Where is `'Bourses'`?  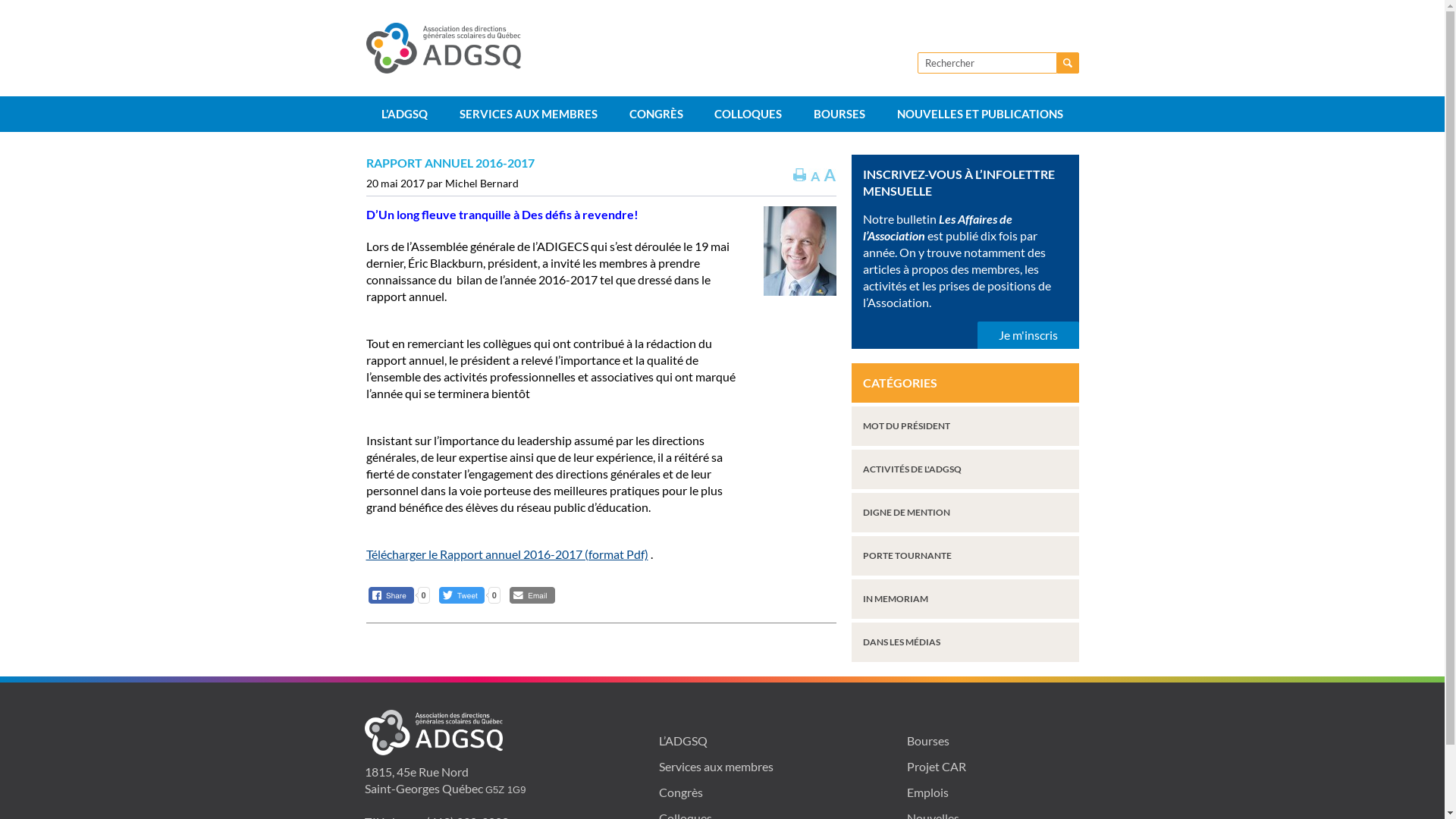 'Bourses' is located at coordinates (927, 739).